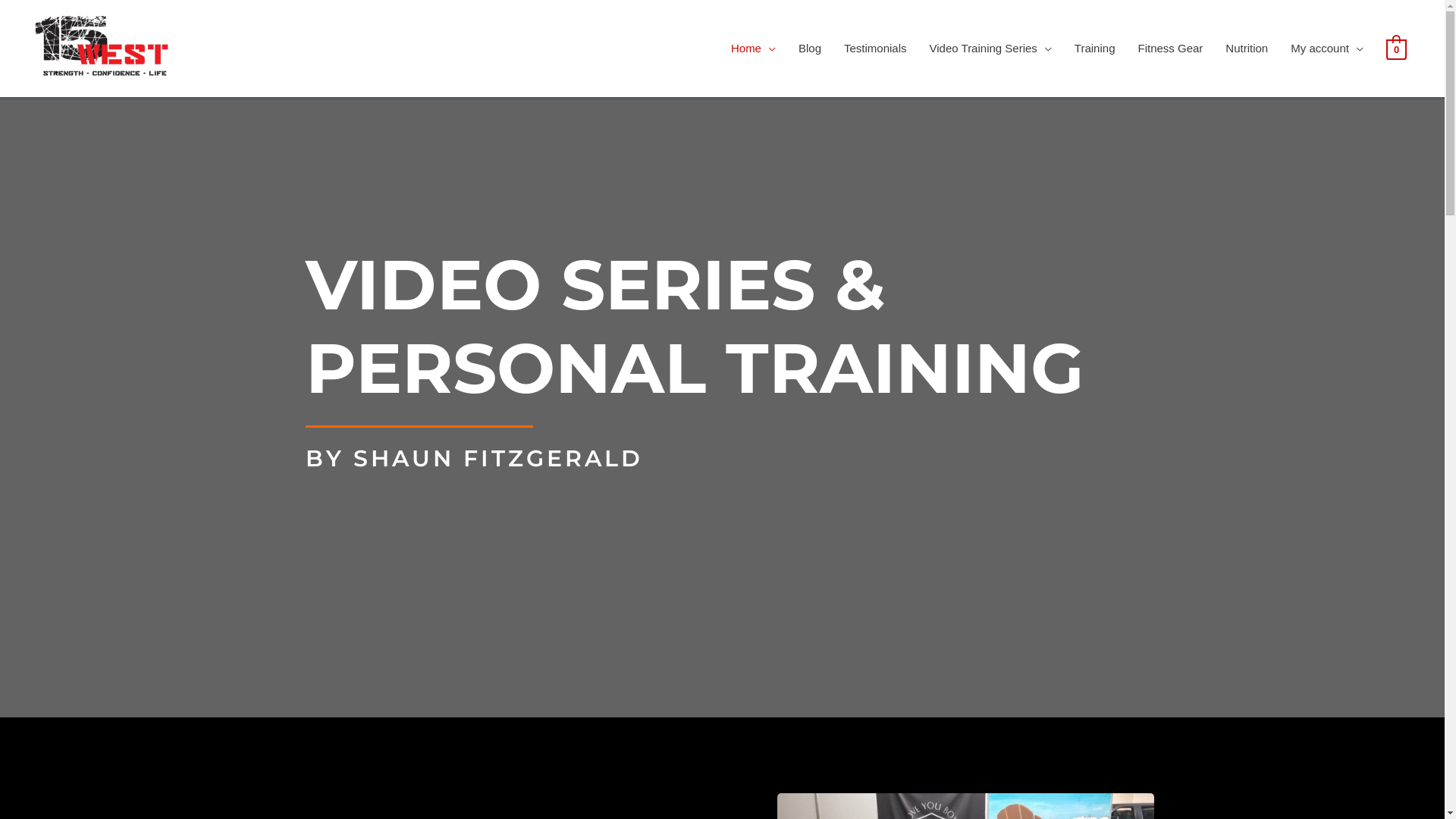 Image resolution: width=1456 pixels, height=819 pixels. I want to click on 'My account', so click(1326, 48).